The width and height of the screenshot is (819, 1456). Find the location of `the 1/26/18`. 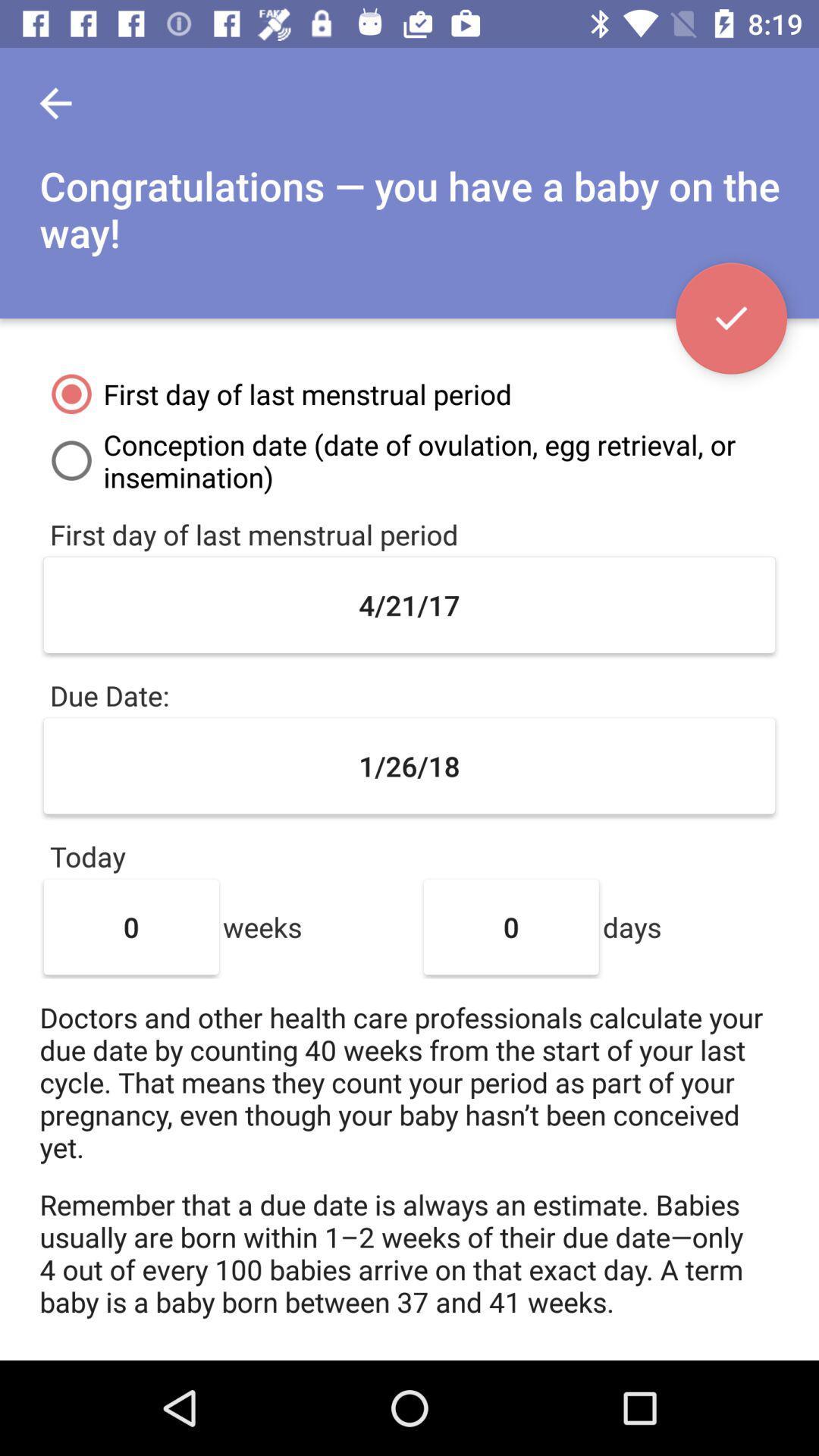

the 1/26/18 is located at coordinates (409, 766).